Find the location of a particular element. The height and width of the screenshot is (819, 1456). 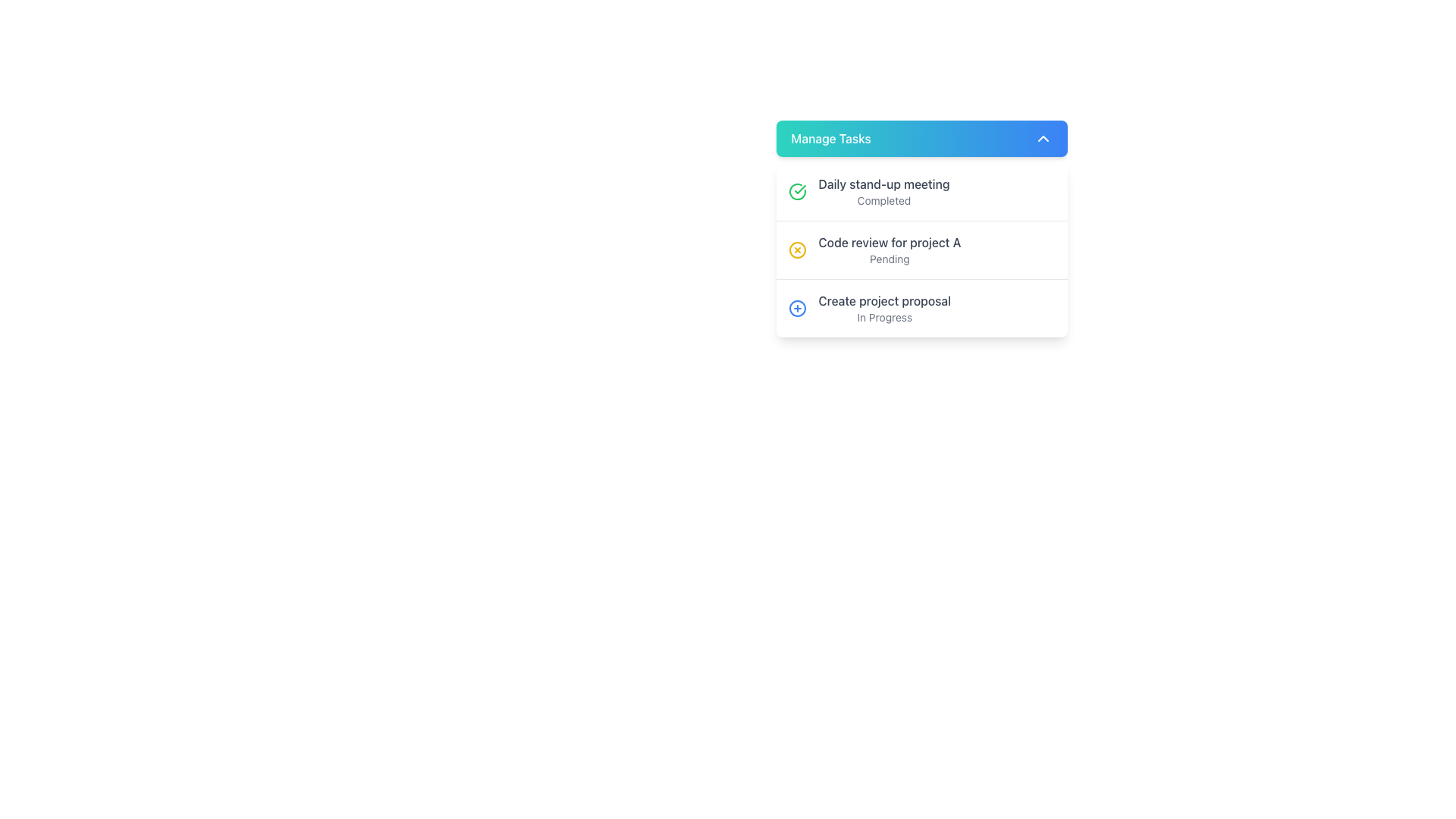

the text display representing a task in progress, located below 'Code review for project A' in the vertical list of tasks under 'Manage Tasks' is located at coordinates (884, 308).